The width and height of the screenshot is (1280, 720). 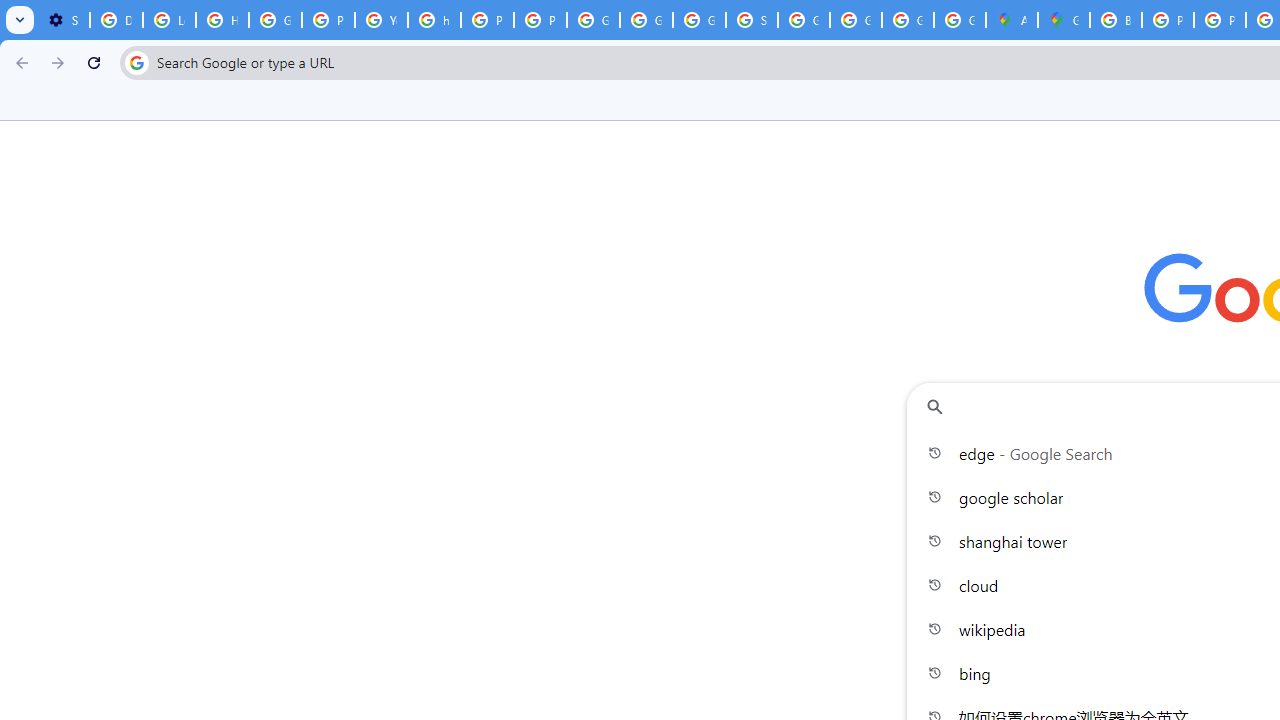 What do you see at coordinates (274, 20) in the screenshot?
I see `'Google Account Help'` at bounding box center [274, 20].